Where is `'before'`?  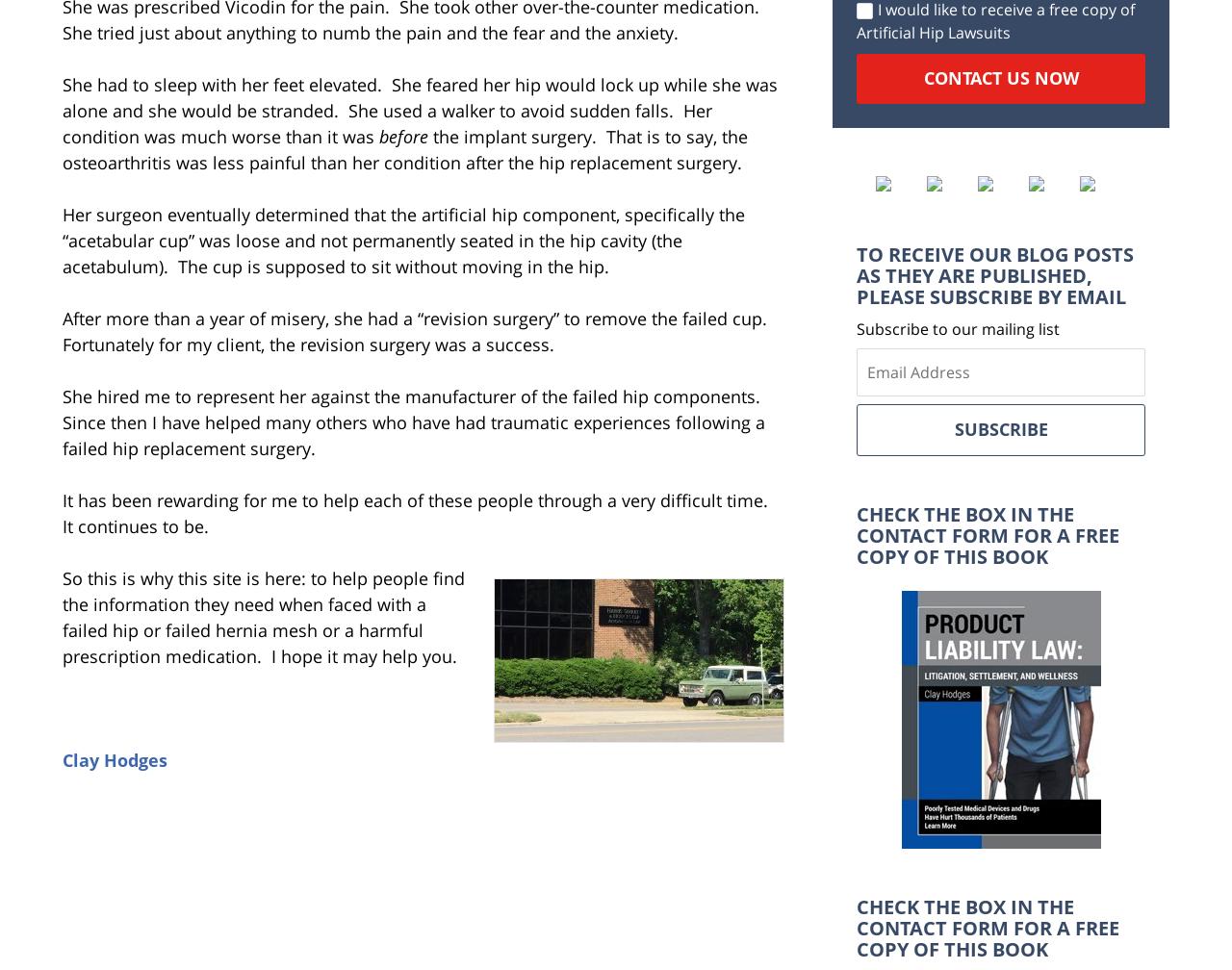 'before' is located at coordinates (402, 137).